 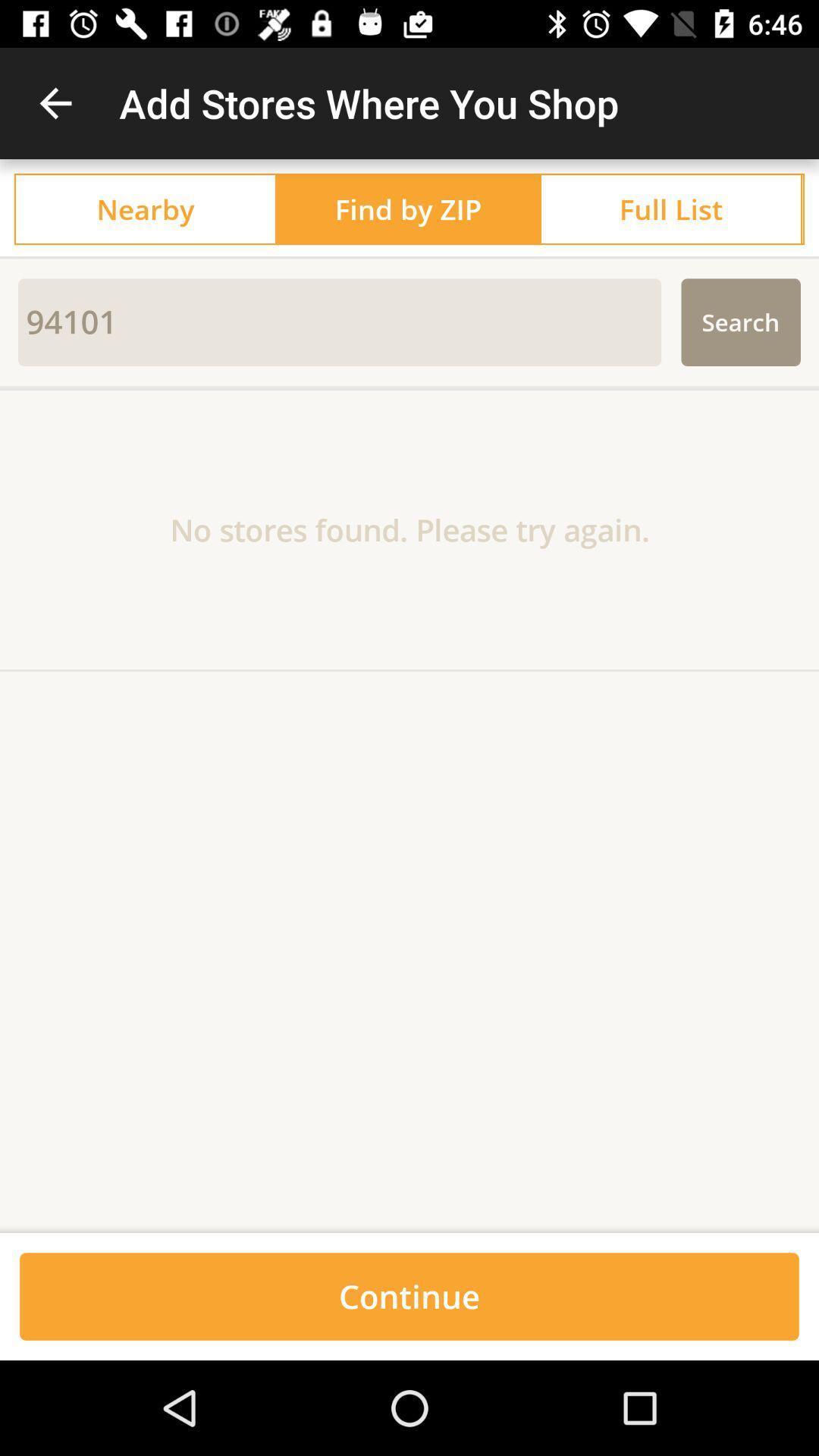 I want to click on the no stores found, so click(x=409, y=529).